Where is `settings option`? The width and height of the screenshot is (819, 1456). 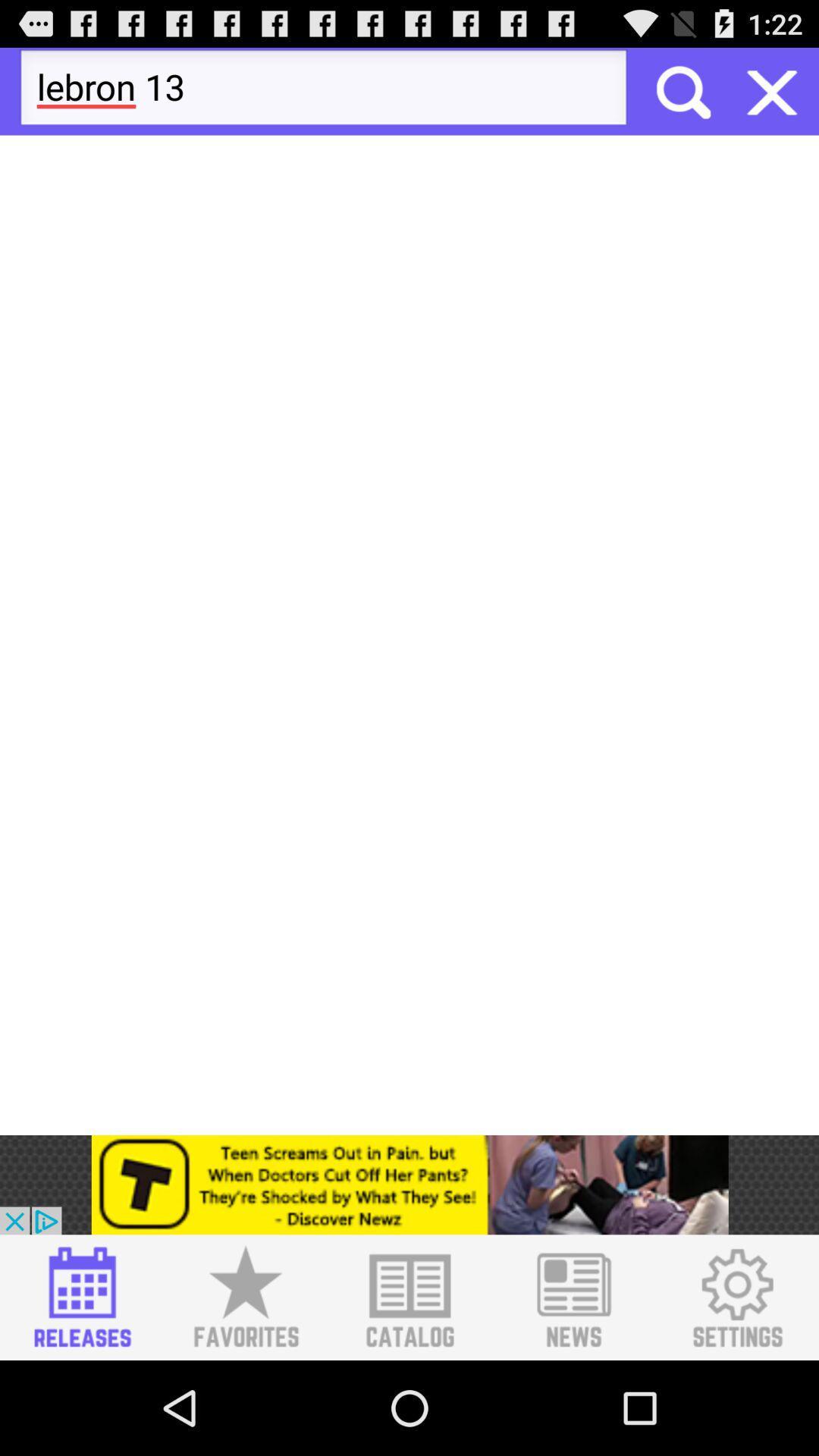
settings option is located at coordinates (736, 1297).